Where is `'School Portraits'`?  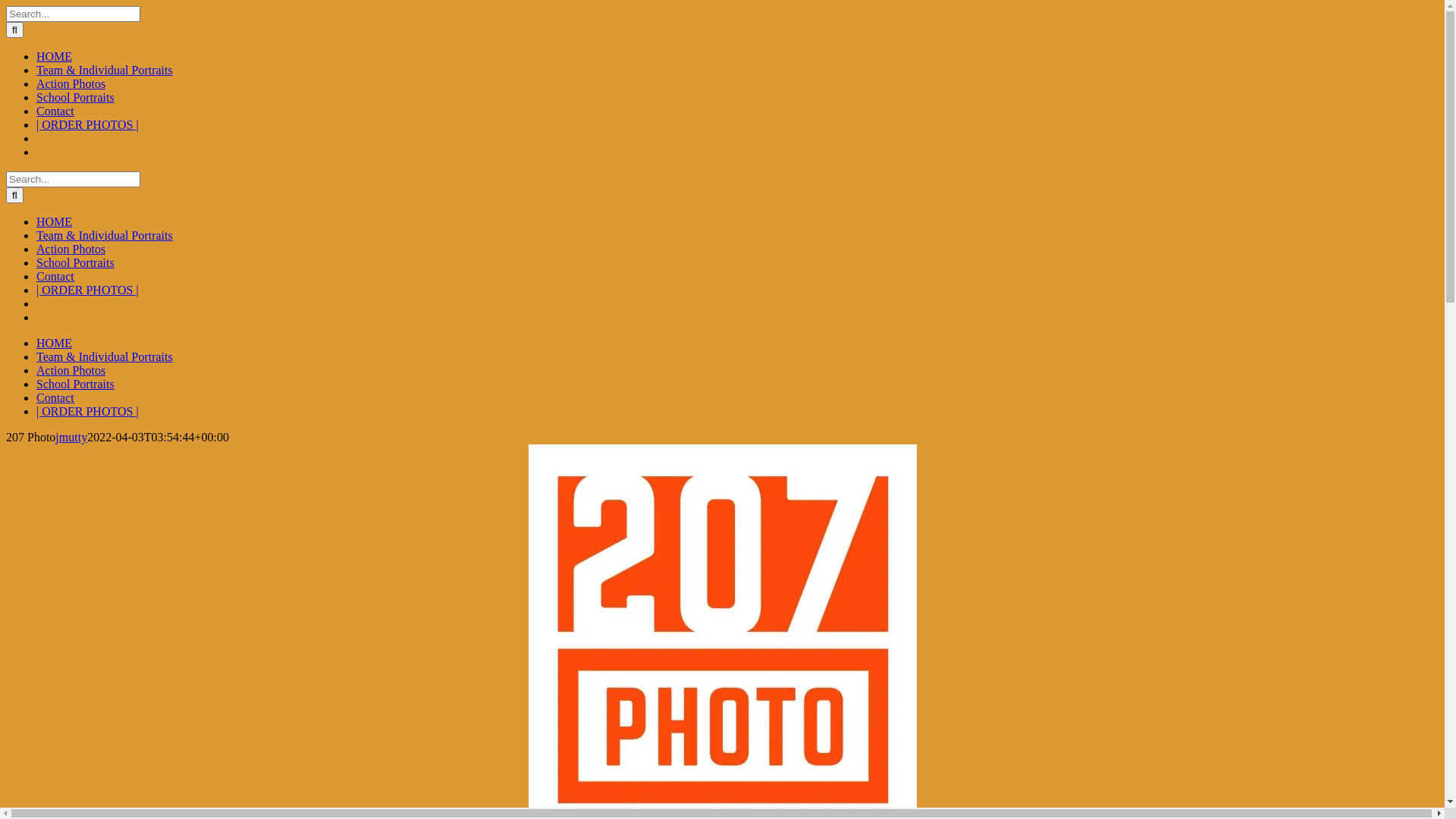
'School Portraits' is located at coordinates (74, 383).